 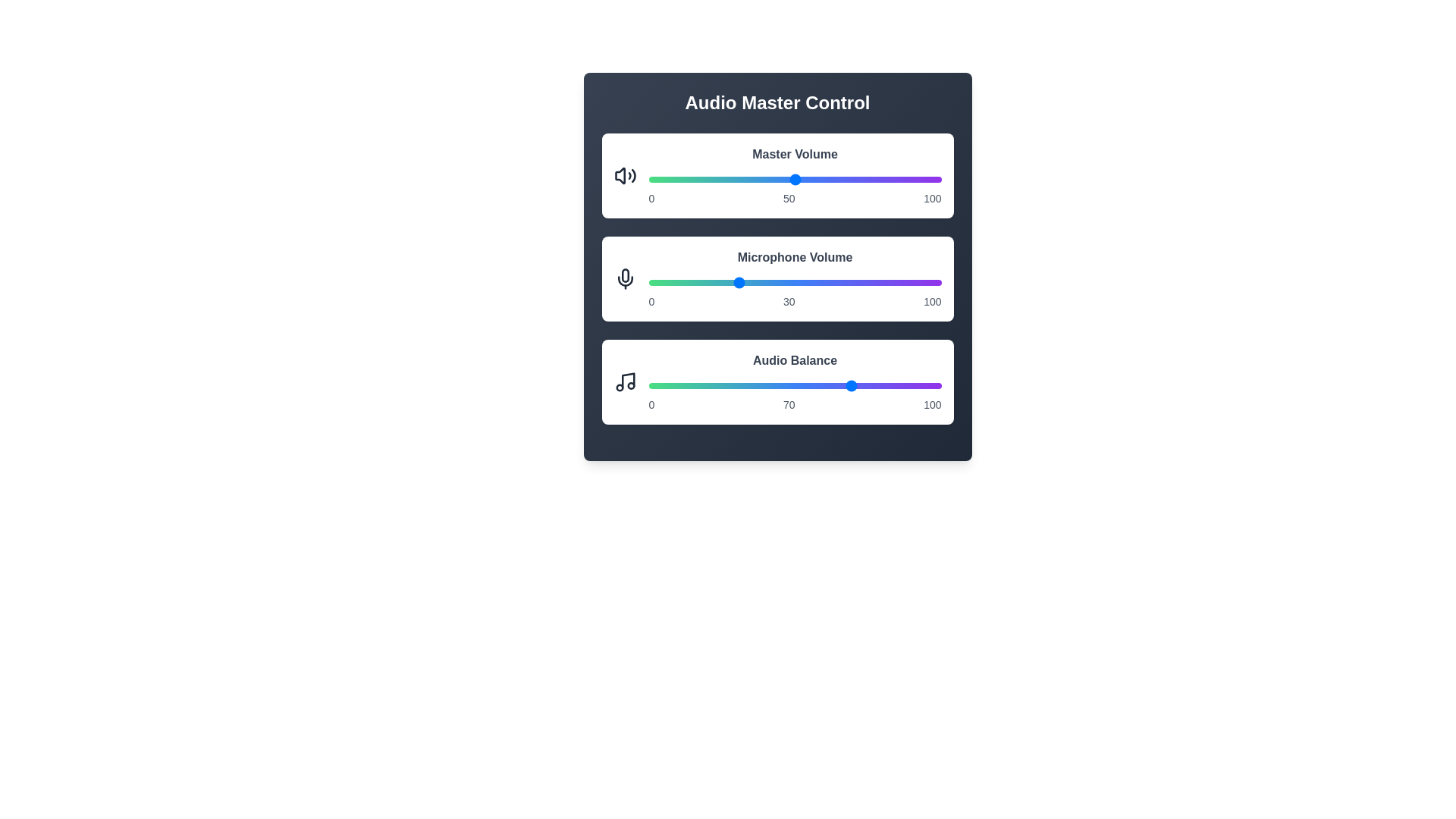 What do you see at coordinates (835, 178) in the screenshot?
I see `the Master Volume slider to 64%` at bounding box center [835, 178].